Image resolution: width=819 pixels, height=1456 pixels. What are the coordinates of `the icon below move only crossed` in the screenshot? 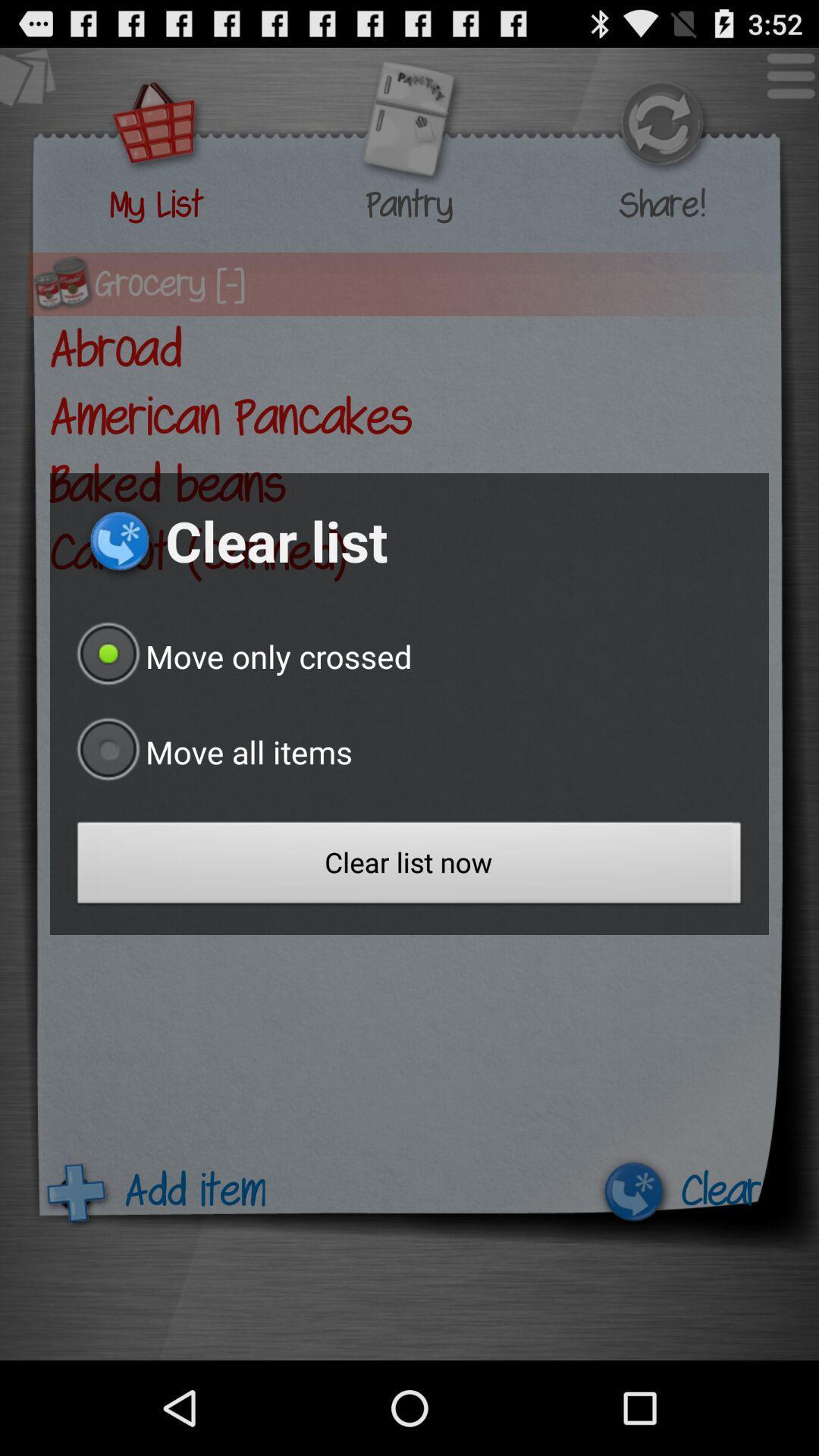 It's located at (211, 752).